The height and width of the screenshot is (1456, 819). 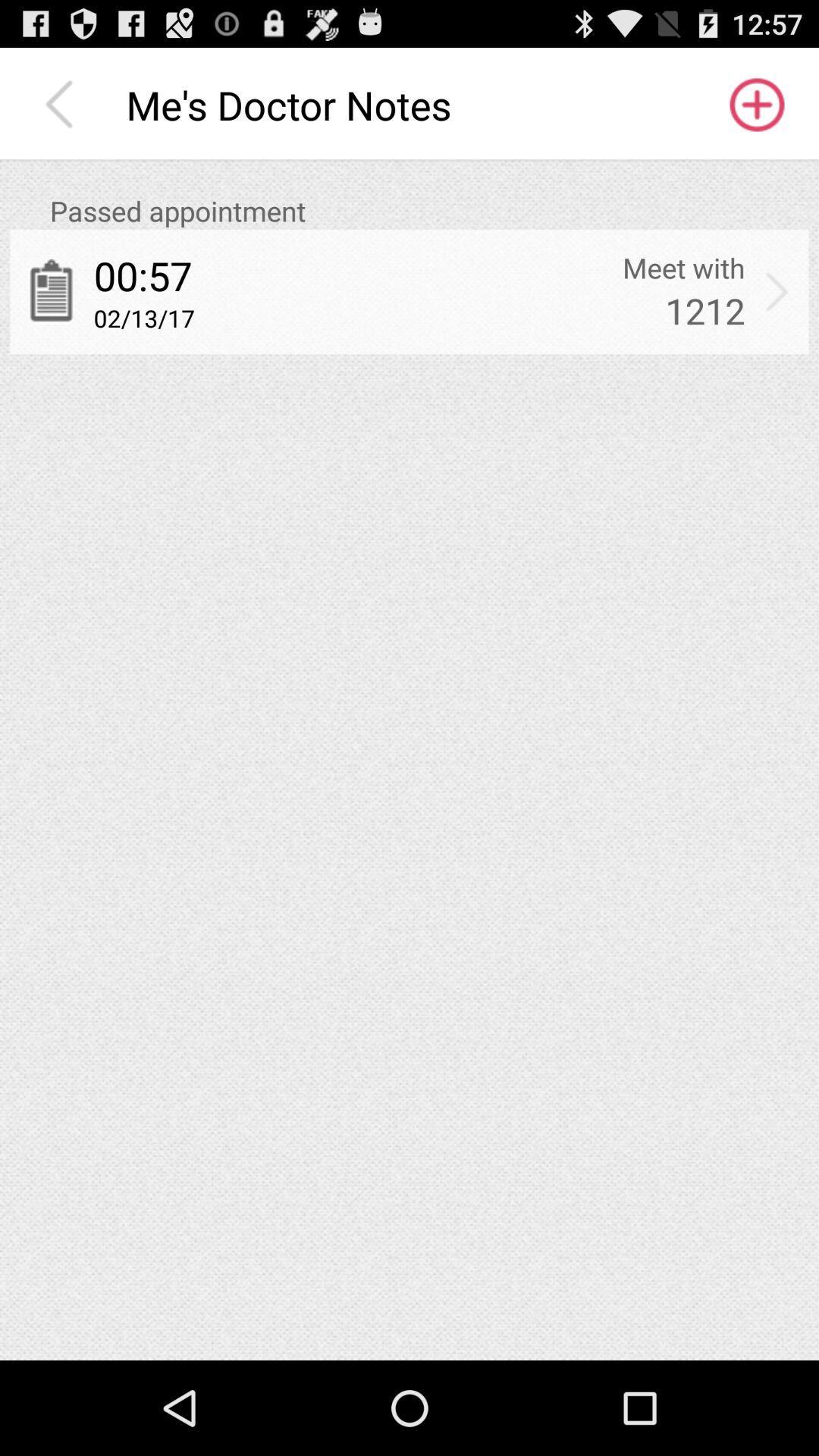 What do you see at coordinates (755, 104) in the screenshot?
I see `the app to the right of the me s doctor icon` at bounding box center [755, 104].